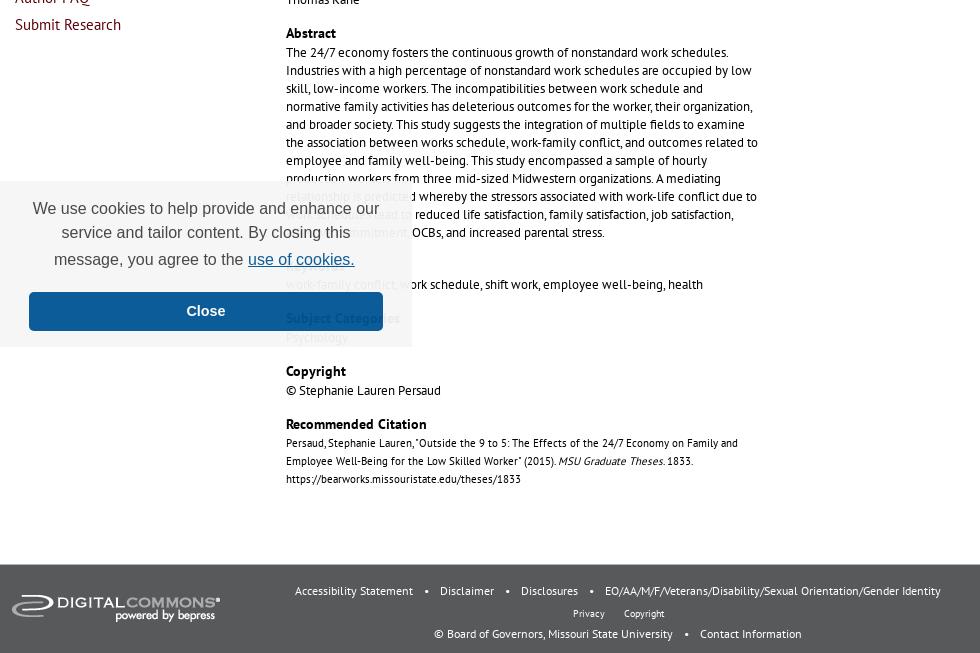  What do you see at coordinates (343, 317) in the screenshot?
I see `'Subject Categories'` at bounding box center [343, 317].